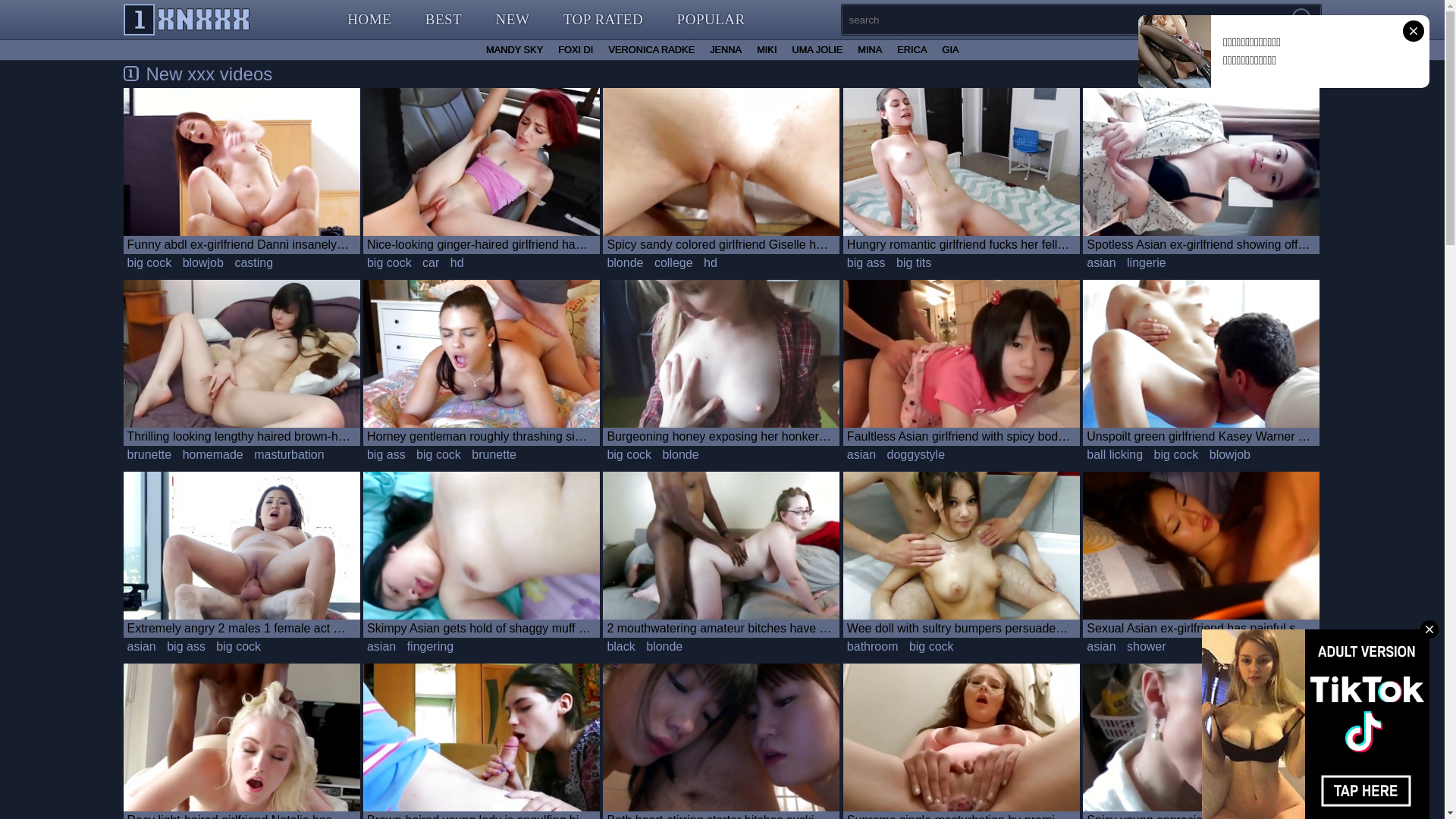  Describe the element at coordinates (202, 262) in the screenshot. I see `'blowjob'` at that location.